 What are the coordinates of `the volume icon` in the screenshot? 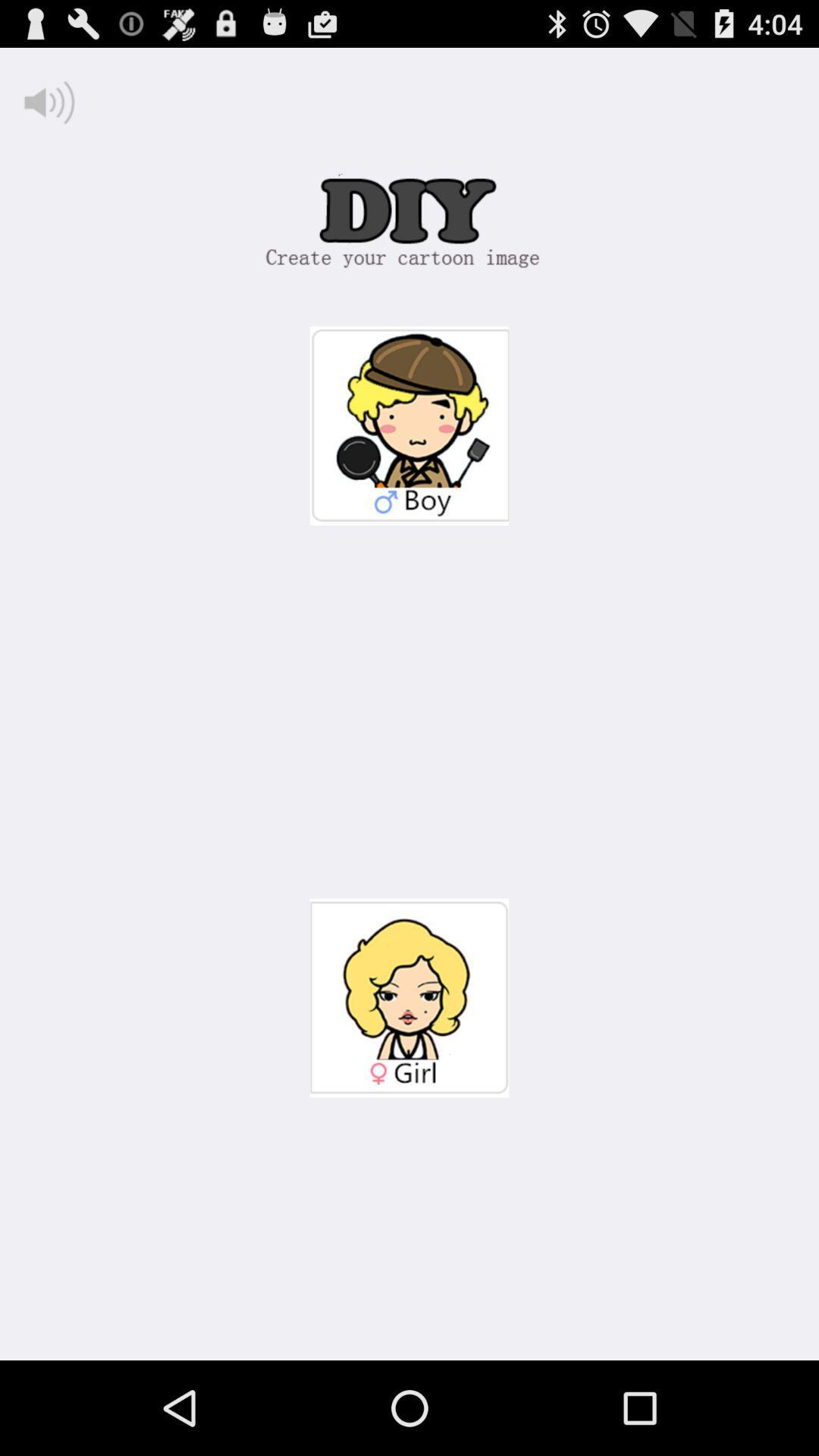 It's located at (49, 108).